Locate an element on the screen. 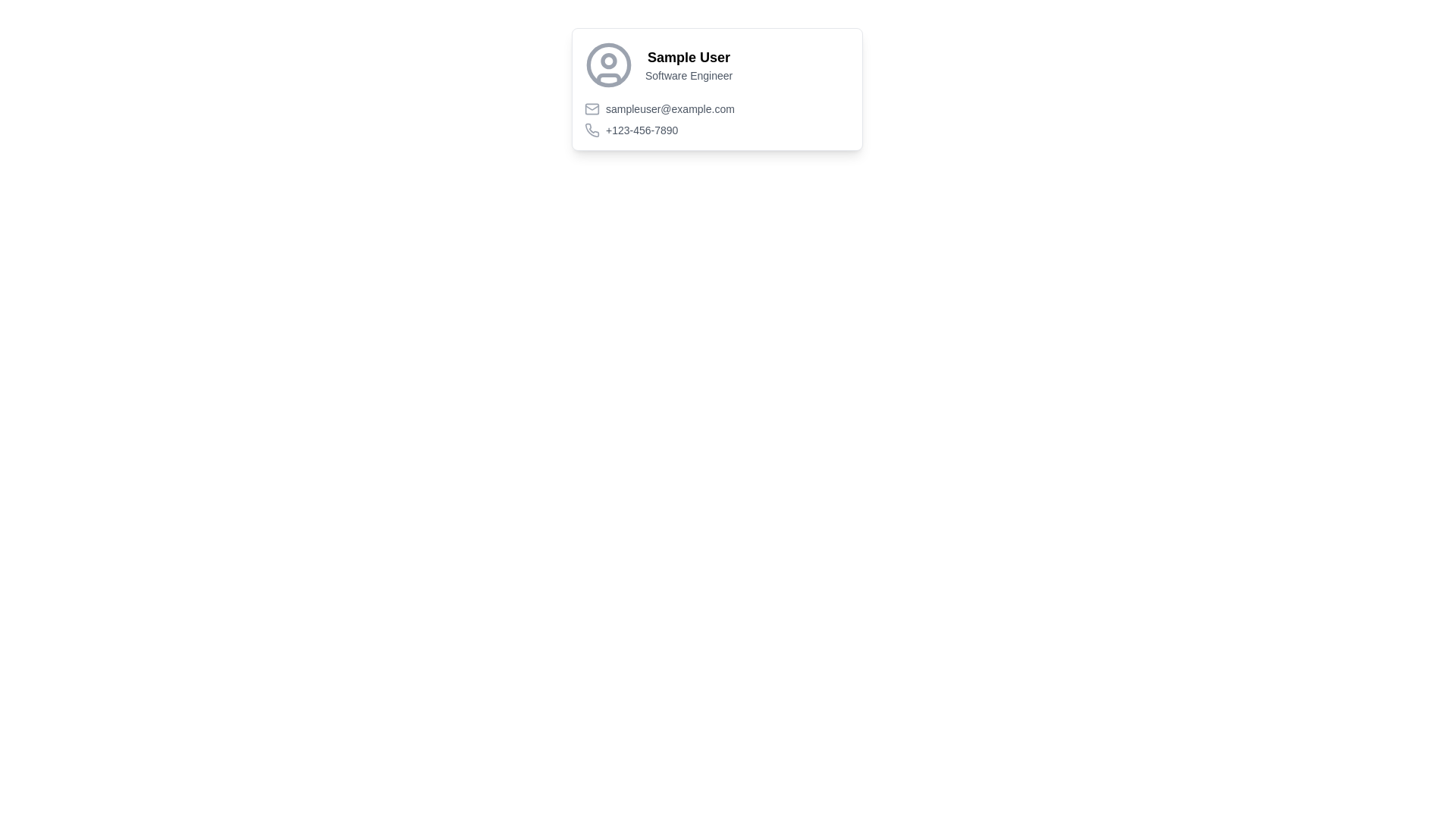 The width and height of the screenshot is (1456, 819). the bold text label displaying the name 'Sample User', which is positioned at the top-left section of a card-like UI component, above the subtitle 'Software Engineer' is located at coordinates (688, 57).